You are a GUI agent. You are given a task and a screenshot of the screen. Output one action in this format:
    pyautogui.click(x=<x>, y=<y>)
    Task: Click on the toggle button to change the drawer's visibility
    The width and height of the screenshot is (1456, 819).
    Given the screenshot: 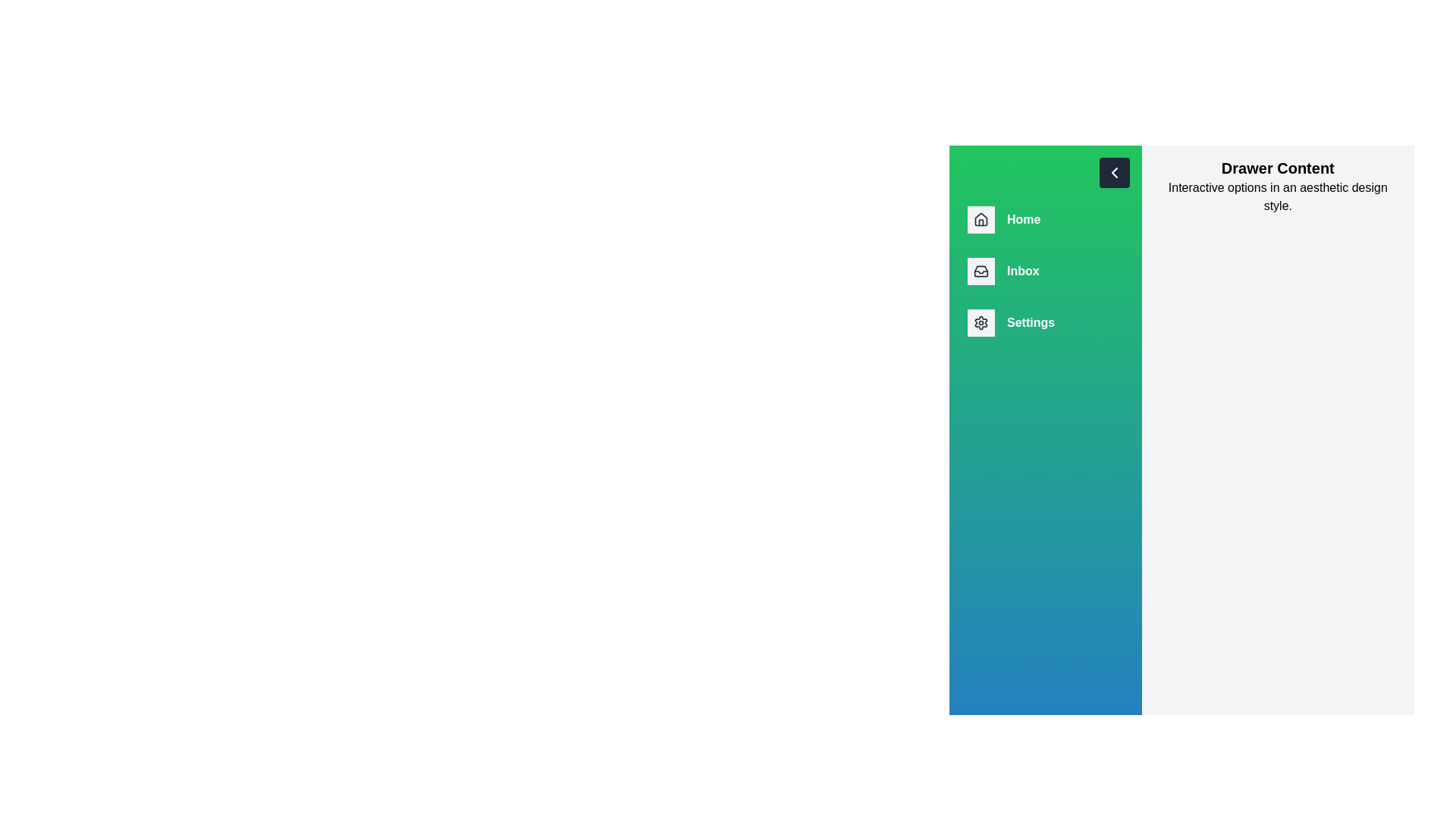 What is the action you would take?
    pyautogui.click(x=1114, y=171)
    